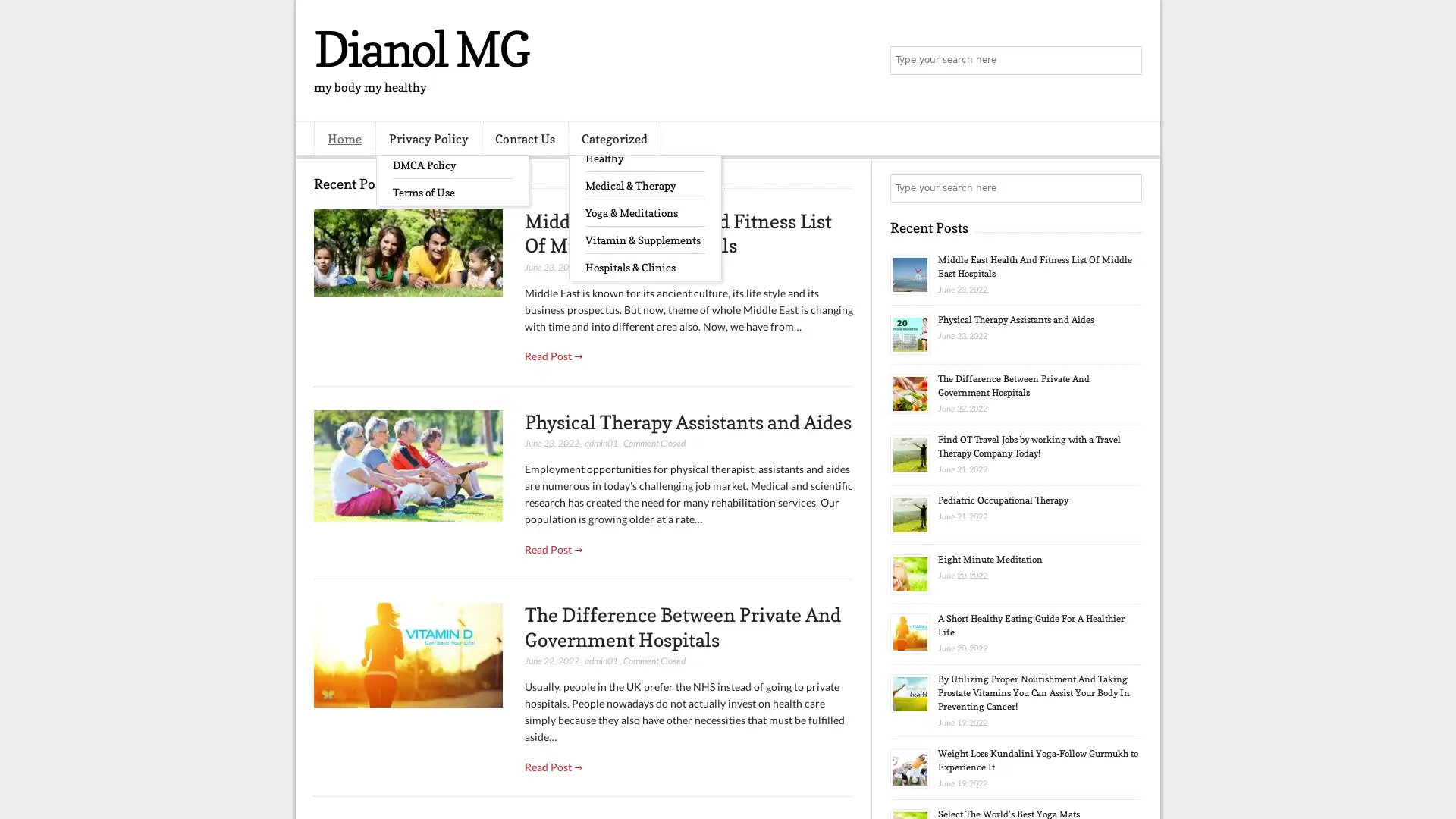 The image size is (1456, 819). I want to click on Search, so click(1126, 61).